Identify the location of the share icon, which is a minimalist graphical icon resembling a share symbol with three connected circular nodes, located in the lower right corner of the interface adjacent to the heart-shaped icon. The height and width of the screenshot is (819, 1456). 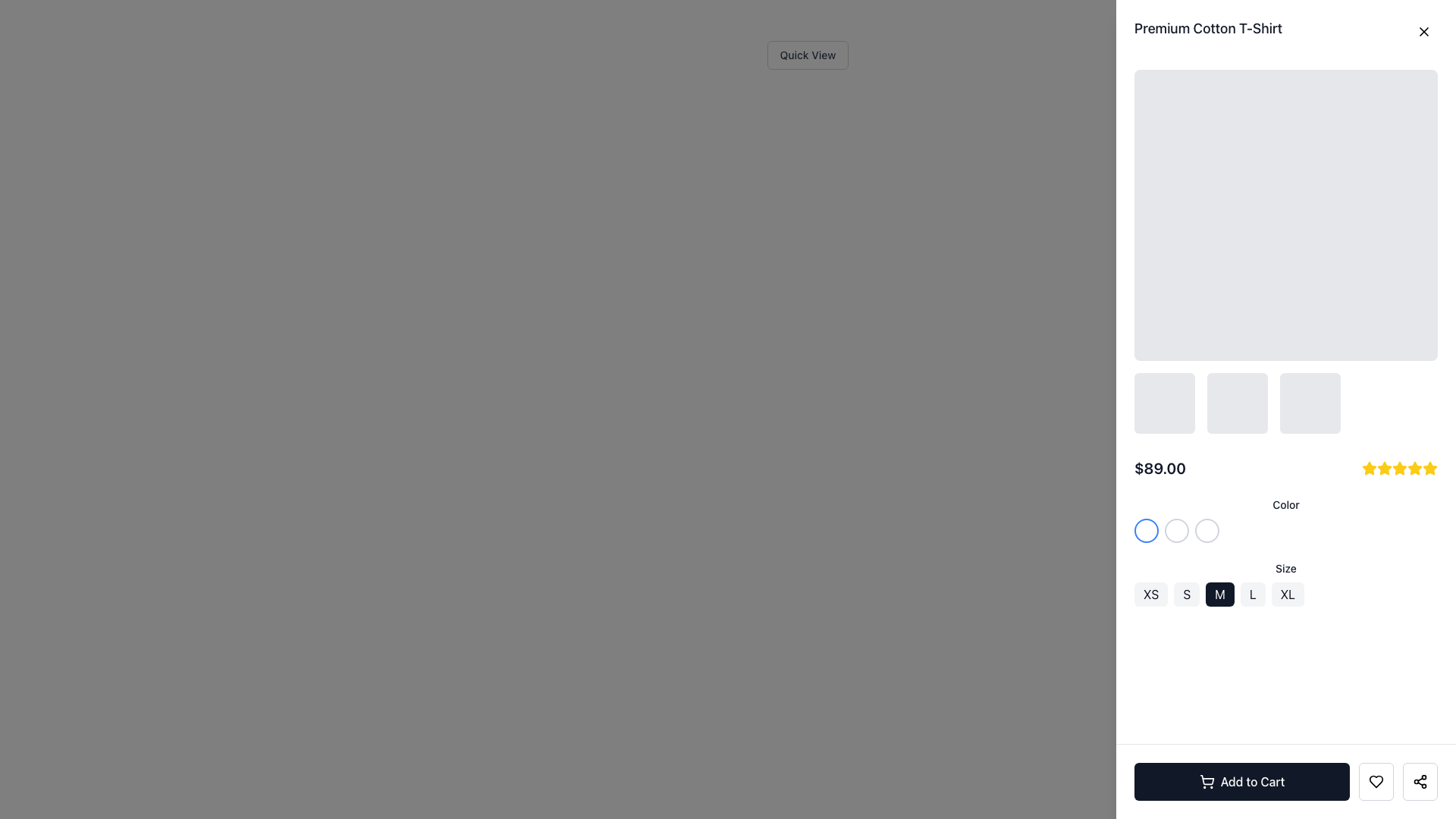
(1419, 781).